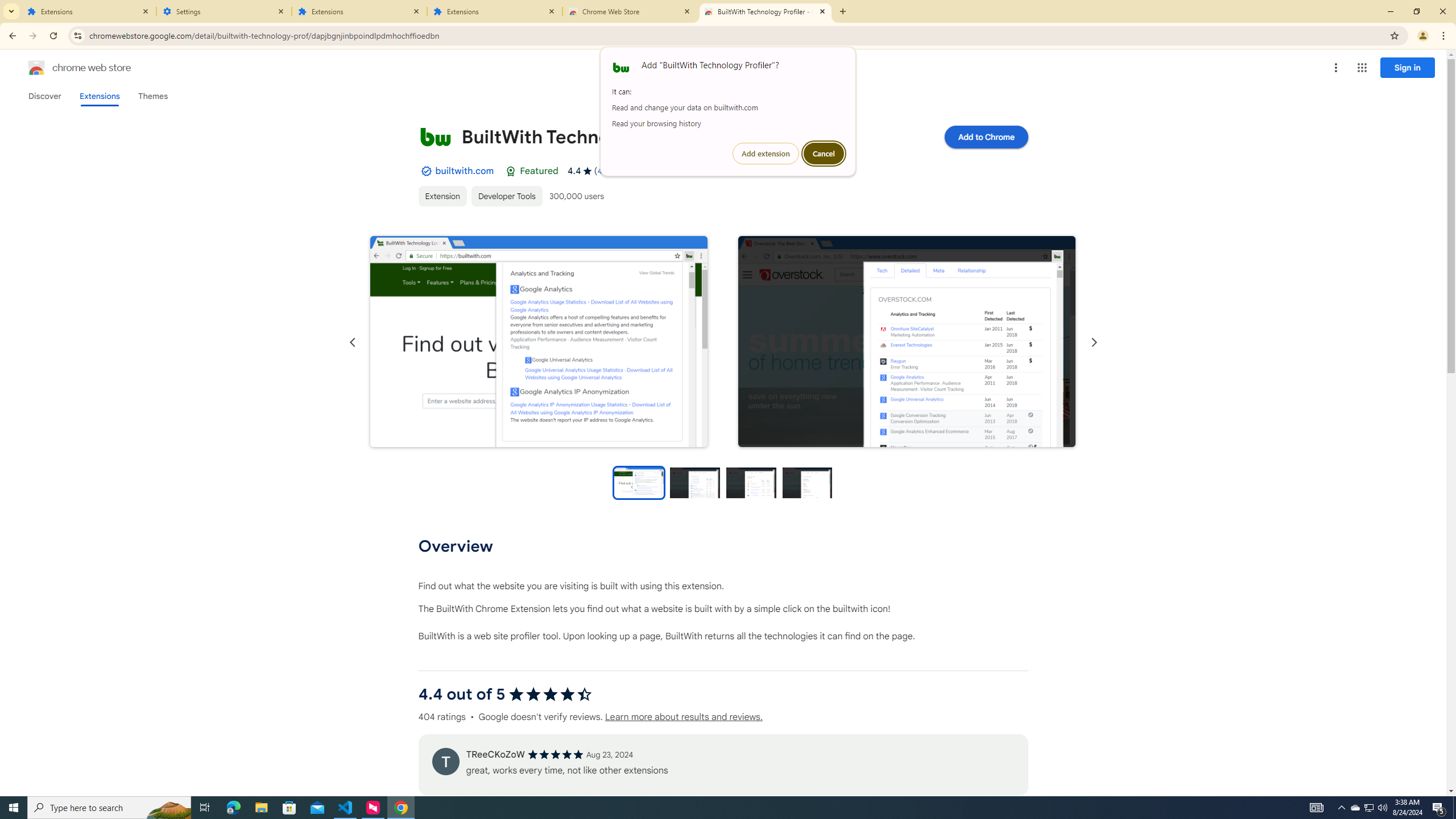  I want to click on 'Action Center, 5 new notifications', so click(1439, 806).